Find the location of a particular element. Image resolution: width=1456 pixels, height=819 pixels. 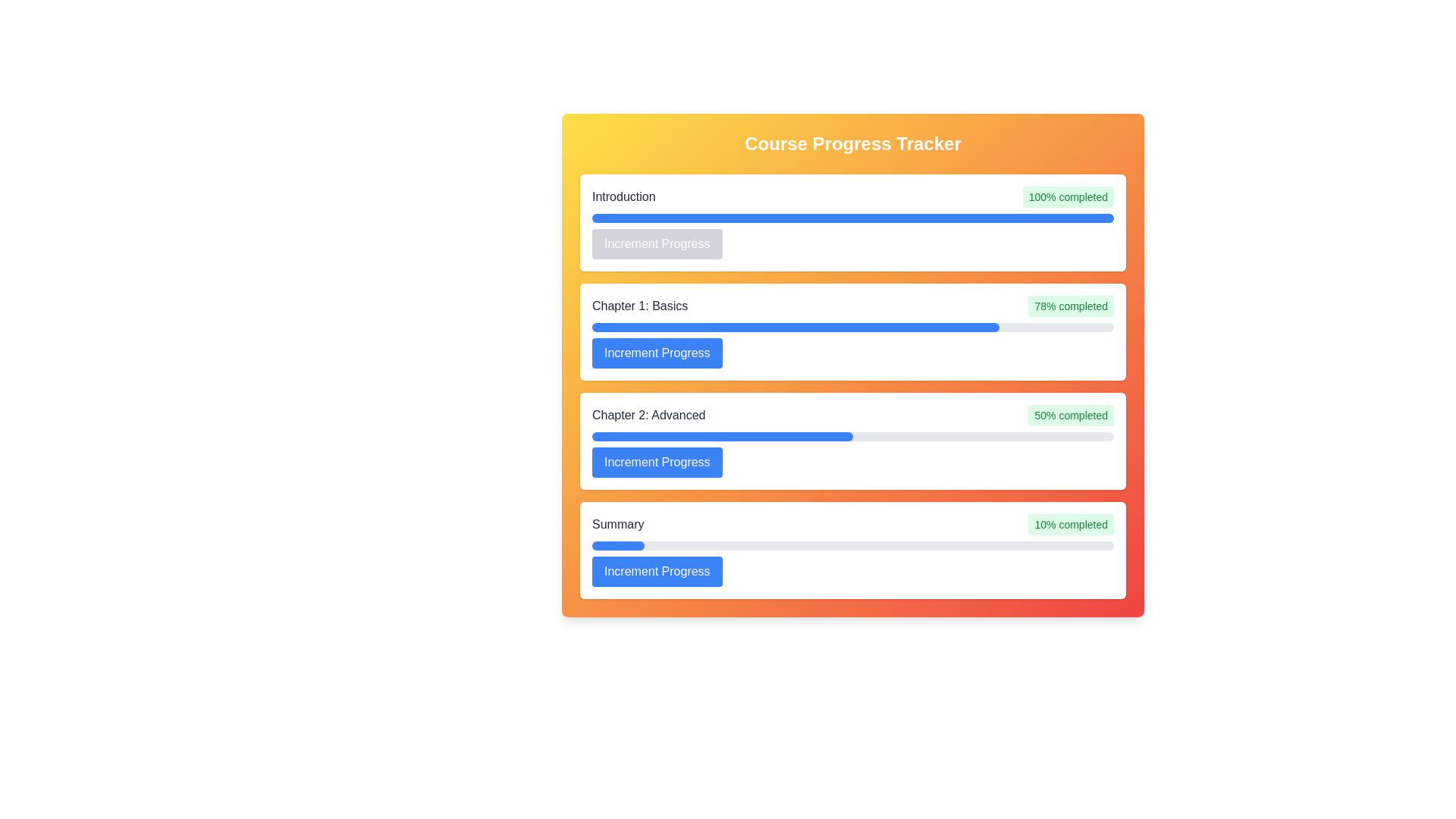

the Progress Badge located in the 'Summary' section, which has a green background and displays '10% completed' is located at coordinates (1070, 523).